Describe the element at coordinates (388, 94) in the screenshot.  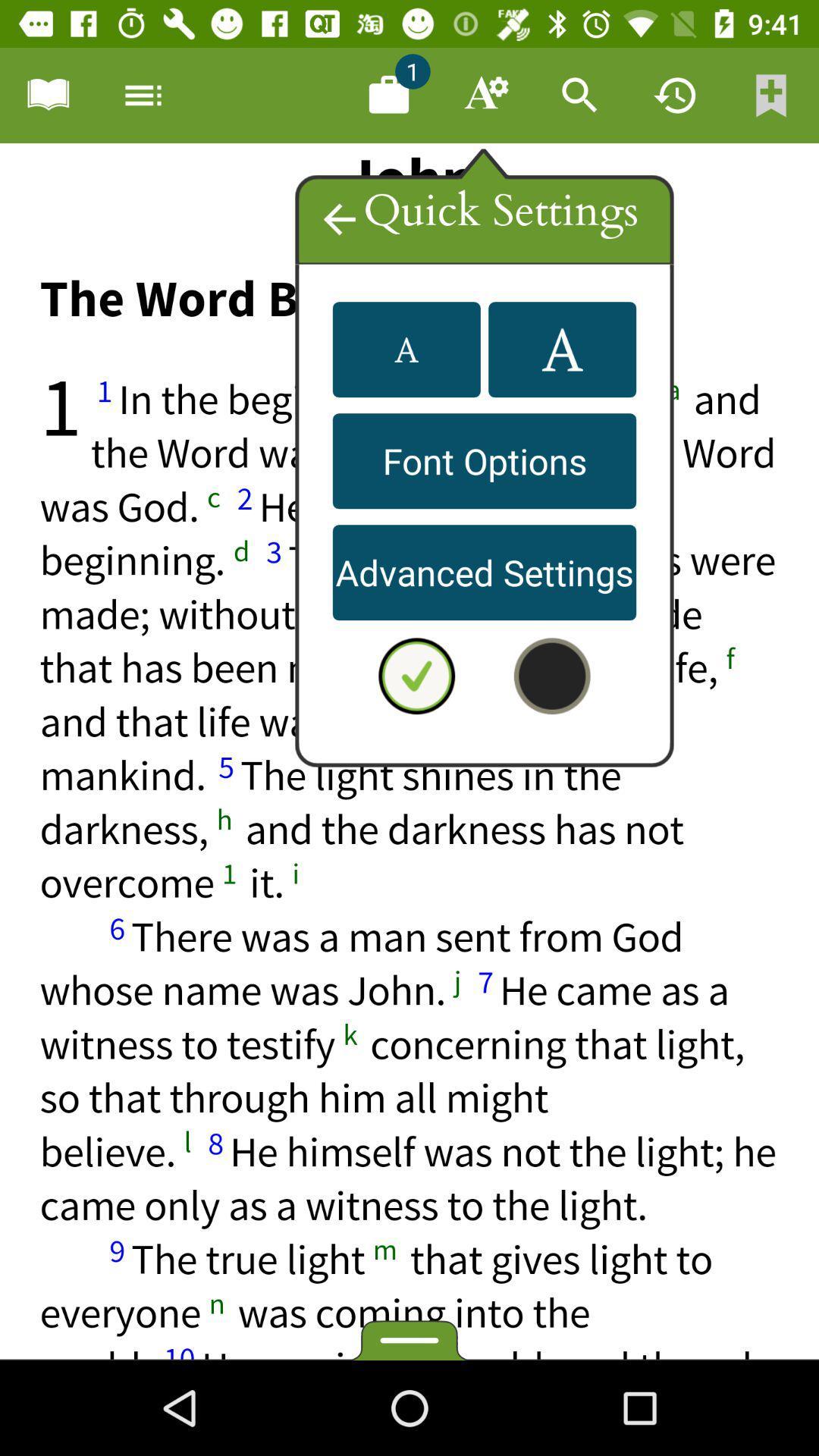
I see `goto message` at that location.